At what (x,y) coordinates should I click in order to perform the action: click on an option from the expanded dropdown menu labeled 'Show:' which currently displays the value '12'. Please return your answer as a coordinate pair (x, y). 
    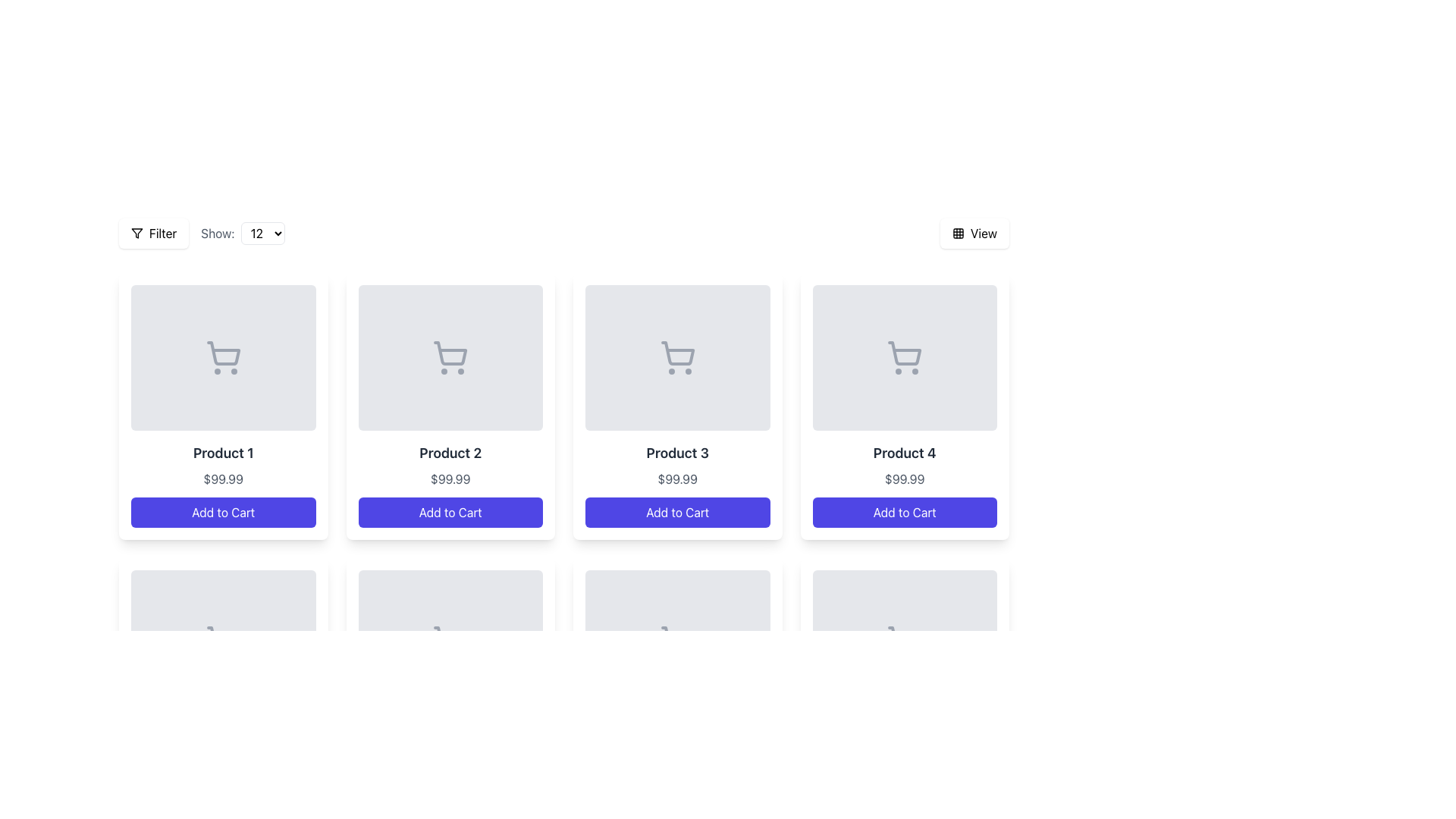
    Looking at the image, I should click on (262, 234).